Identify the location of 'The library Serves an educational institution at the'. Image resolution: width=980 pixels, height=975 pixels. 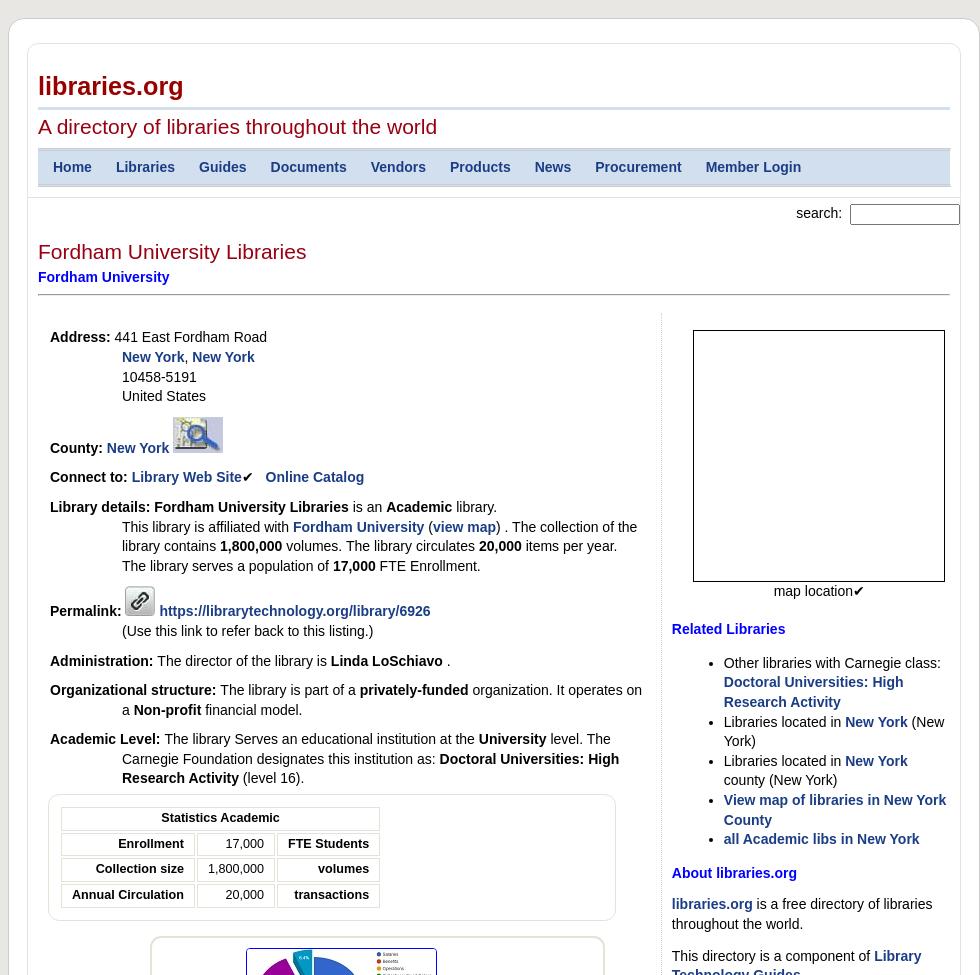
(321, 737).